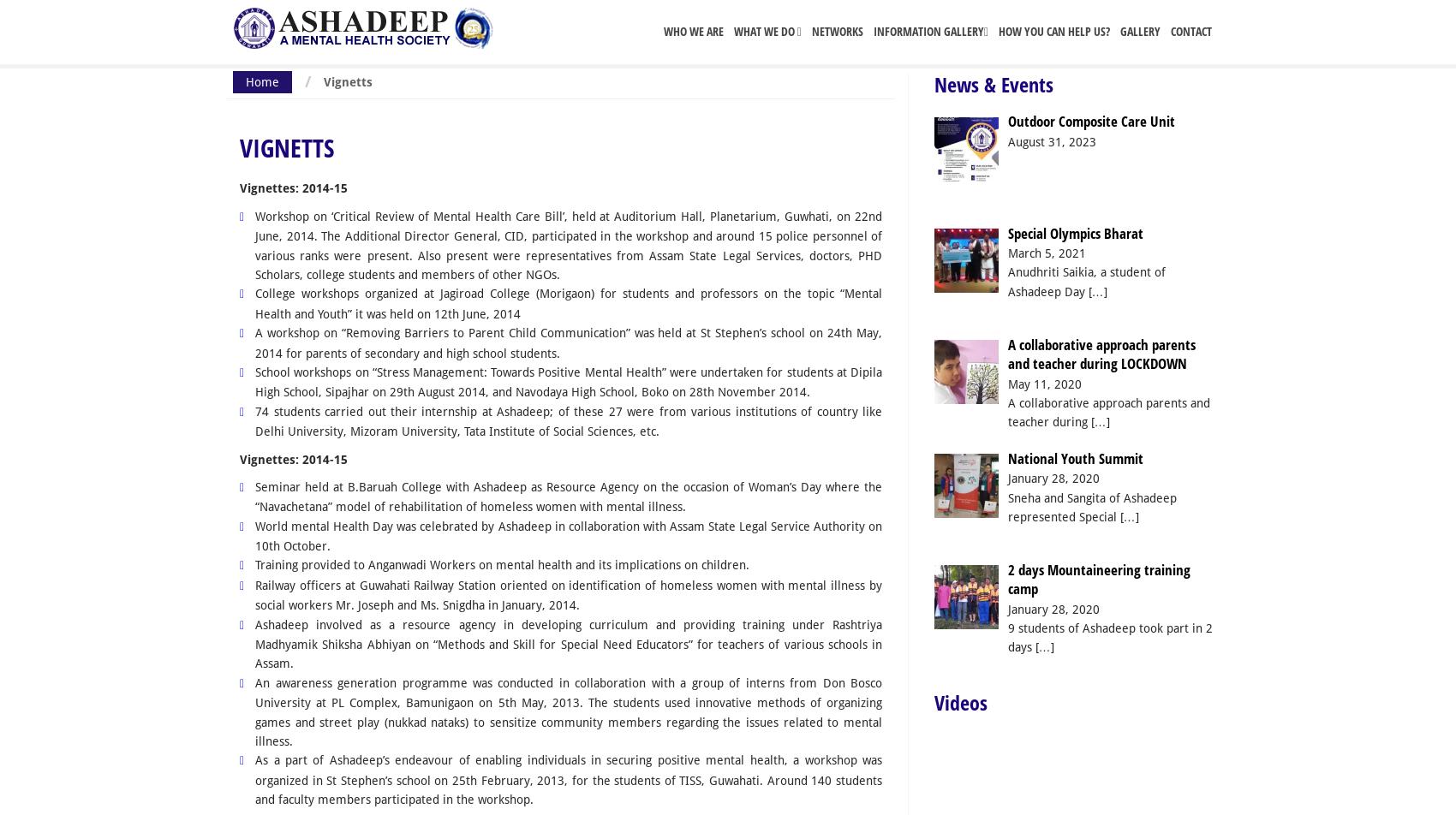 The width and height of the screenshot is (1456, 815). Describe the element at coordinates (662, 31) in the screenshot. I see `'Who we Are'` at that location.